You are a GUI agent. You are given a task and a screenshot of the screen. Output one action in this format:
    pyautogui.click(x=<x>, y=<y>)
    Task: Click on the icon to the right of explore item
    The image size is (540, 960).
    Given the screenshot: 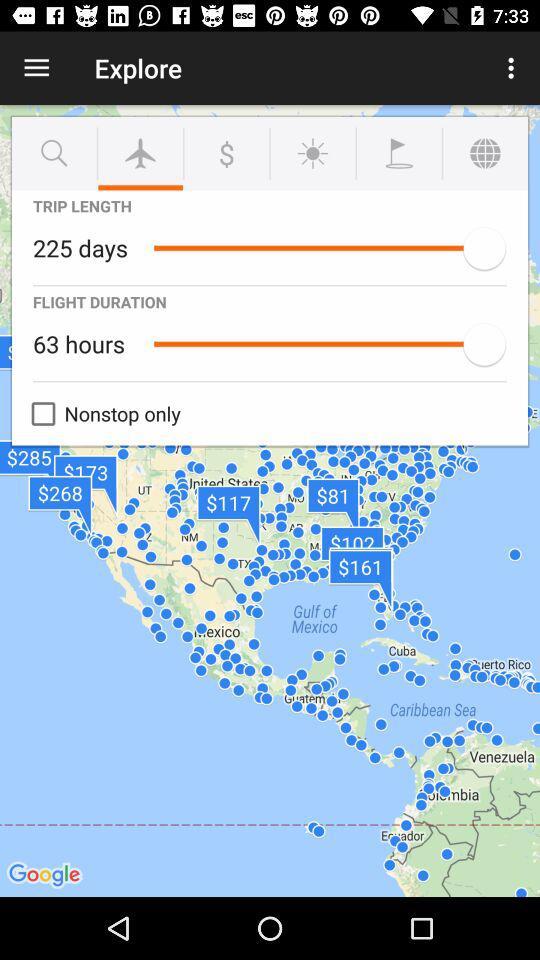 What is the action you would take?
    pyautogui.click(x=513, y=68)
    